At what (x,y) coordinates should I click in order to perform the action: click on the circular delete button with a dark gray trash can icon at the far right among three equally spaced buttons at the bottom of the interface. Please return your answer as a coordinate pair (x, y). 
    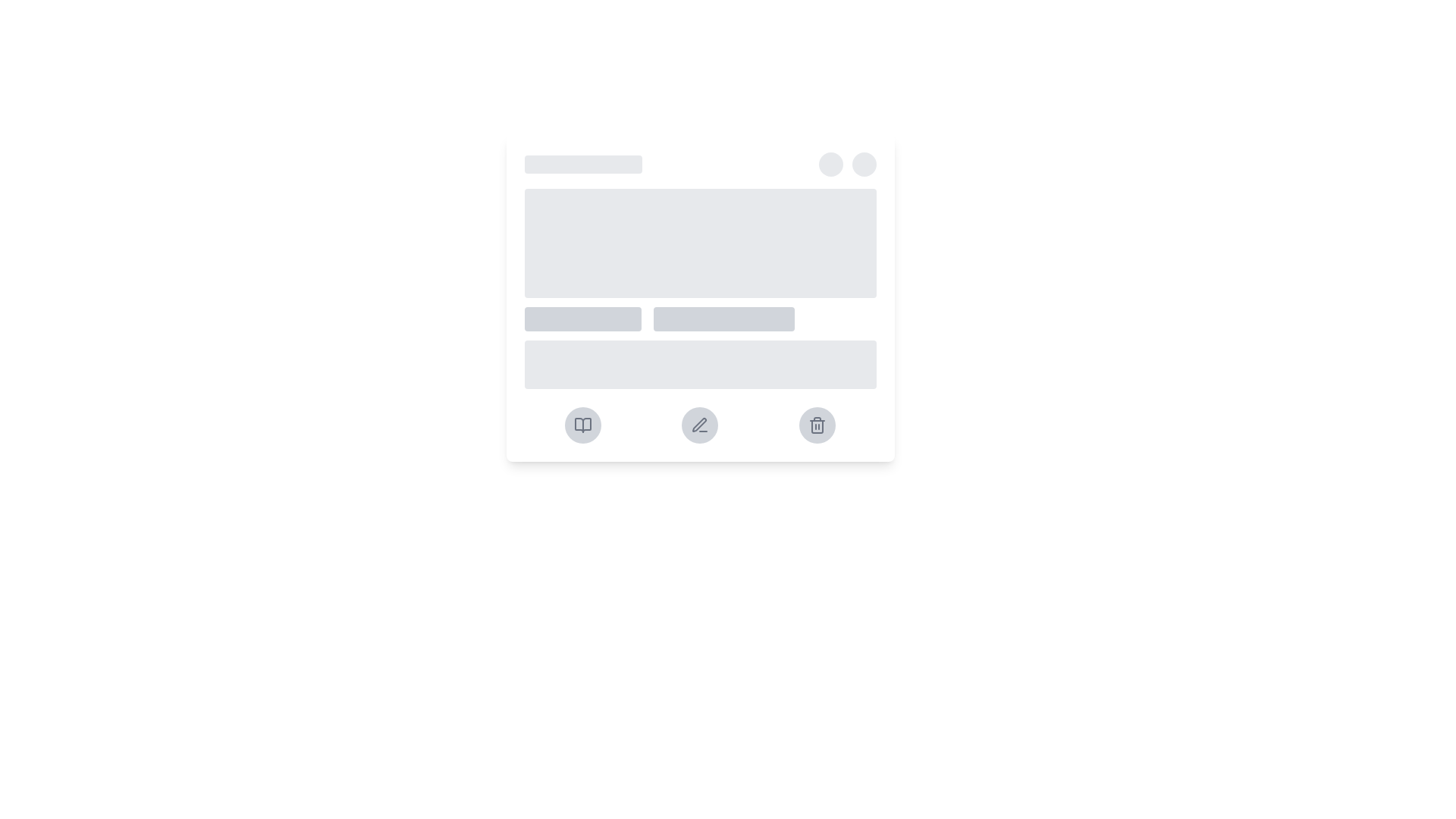
    Looking at the image, I should click on (817, 425).